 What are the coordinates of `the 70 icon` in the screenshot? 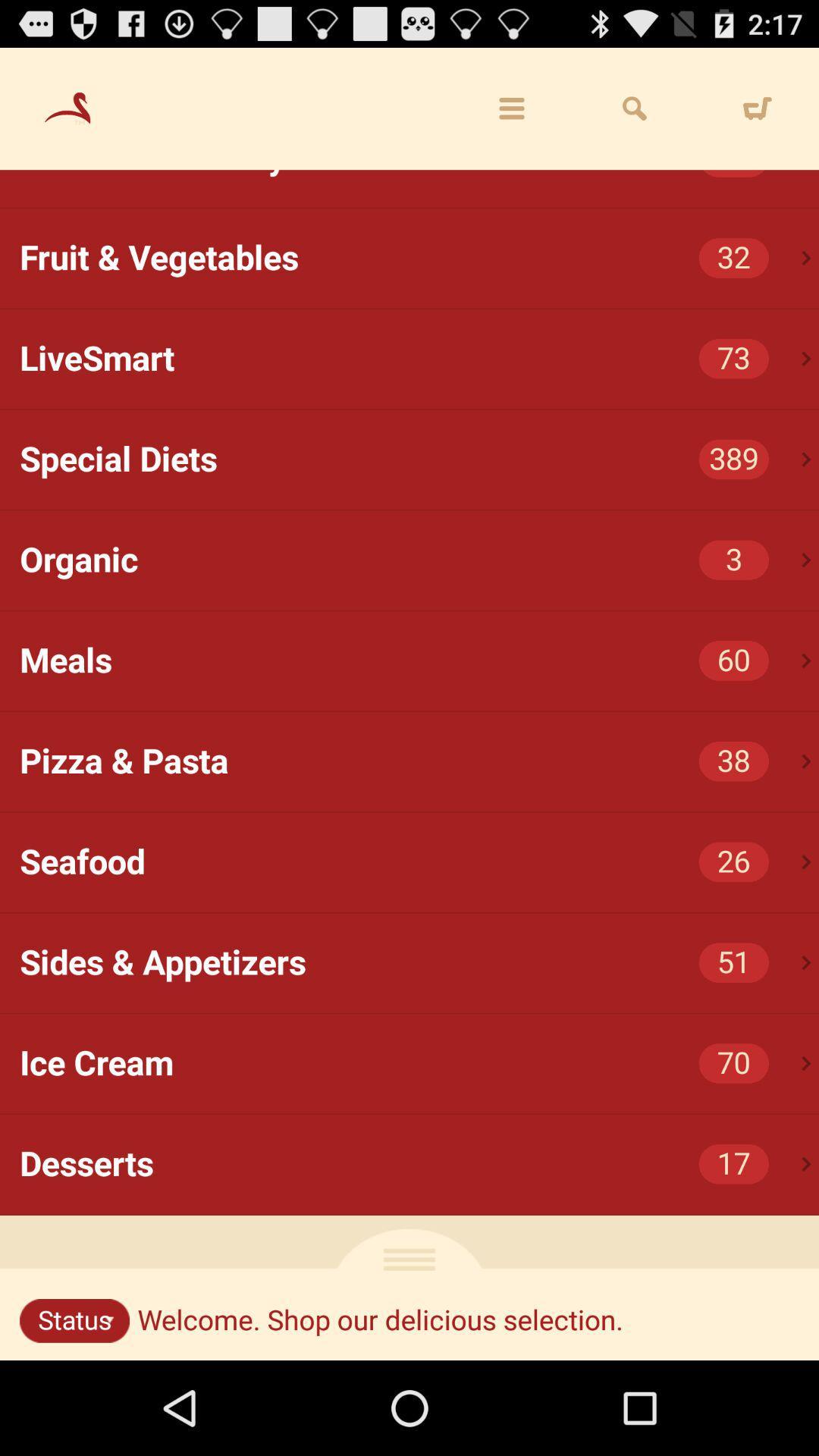 It's located at (733, 1062).